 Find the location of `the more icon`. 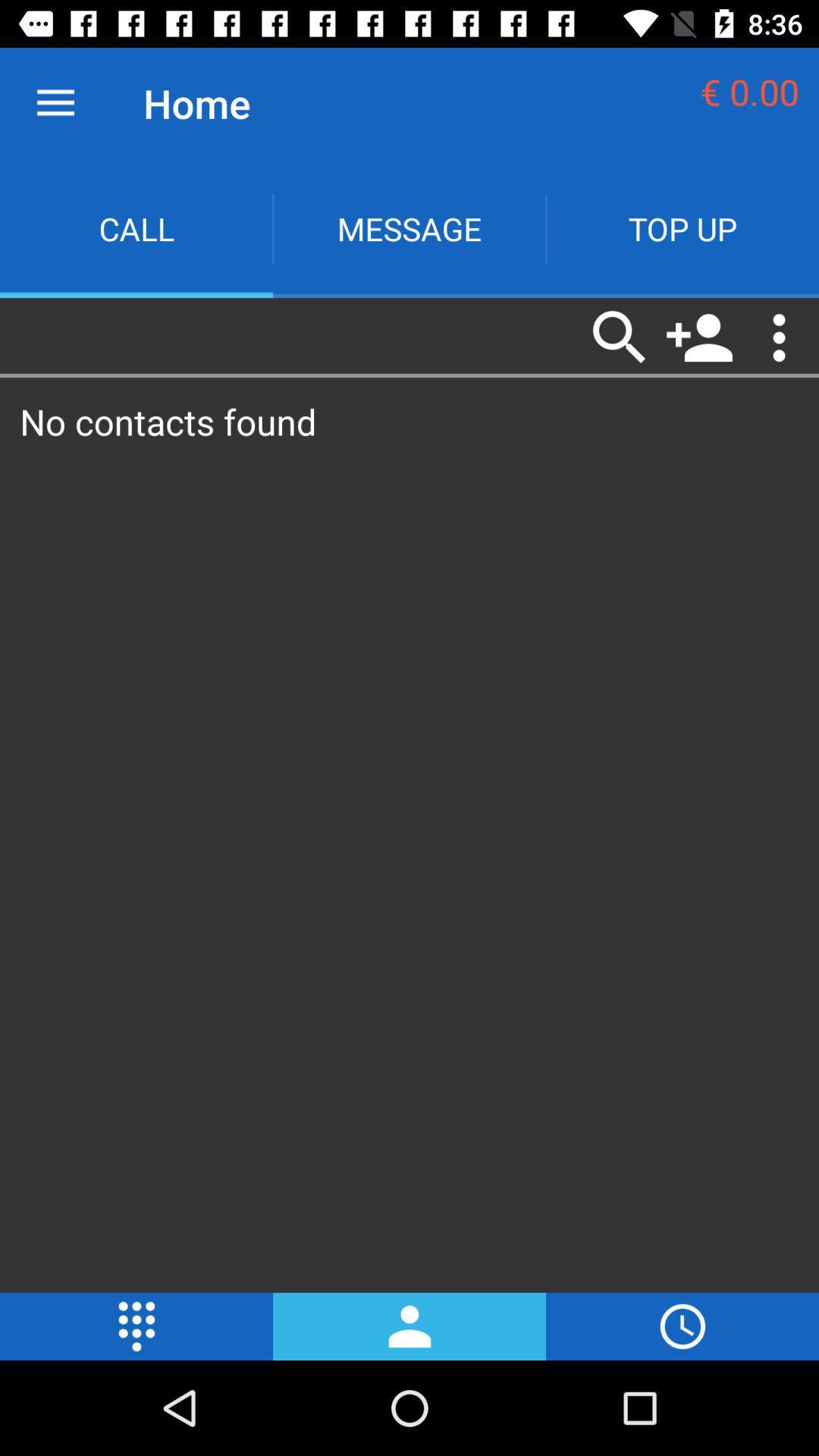

the more icon is located at coordinates (136, 1326).